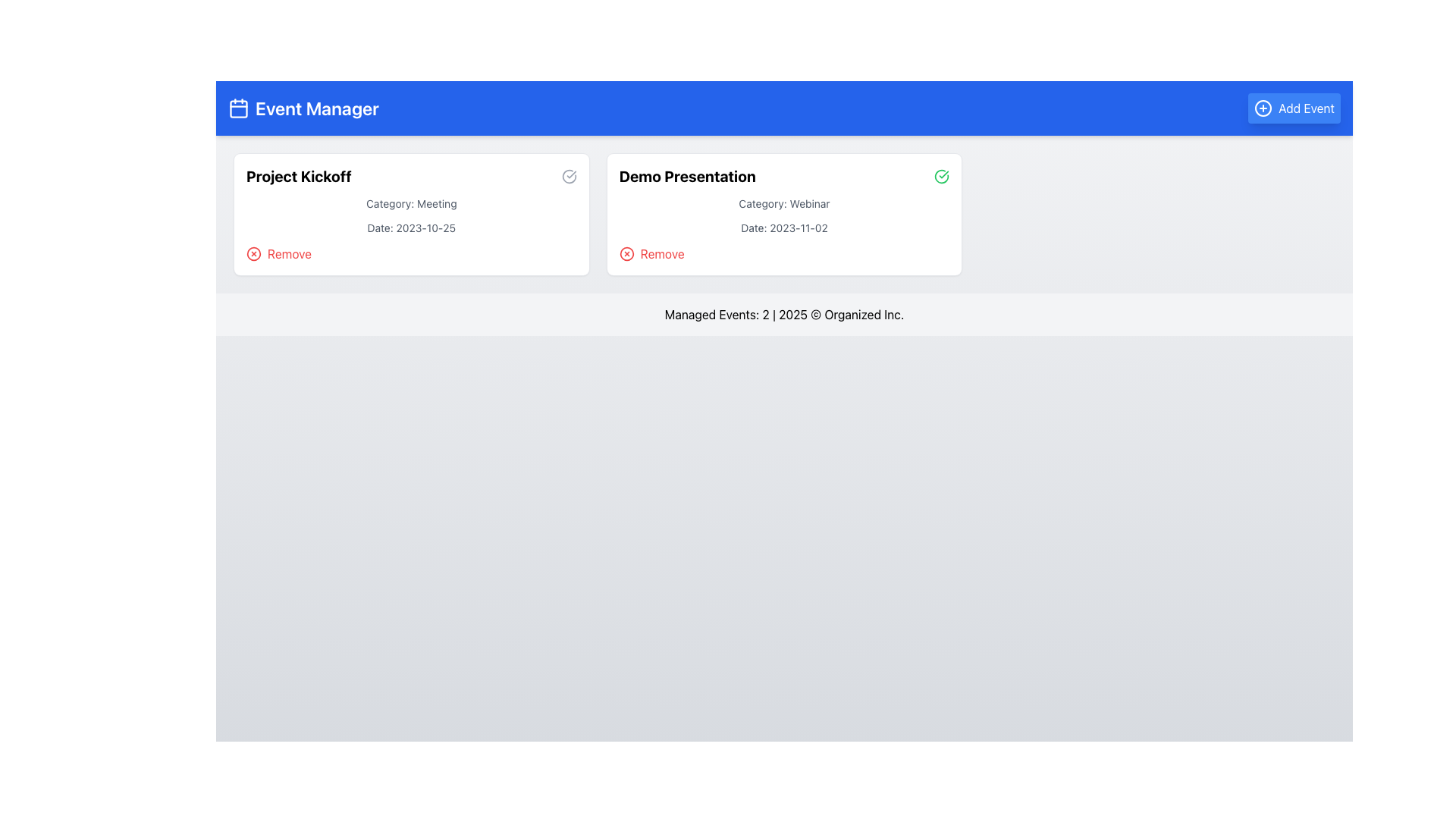  What do you see at coordinates (1263, 107) in the screenshot?
I see `the circle icon with a '+' sign inside, located adjacent to the 'Add Event' button in the top right corner of the interface` at bounding box center [1263, 107].